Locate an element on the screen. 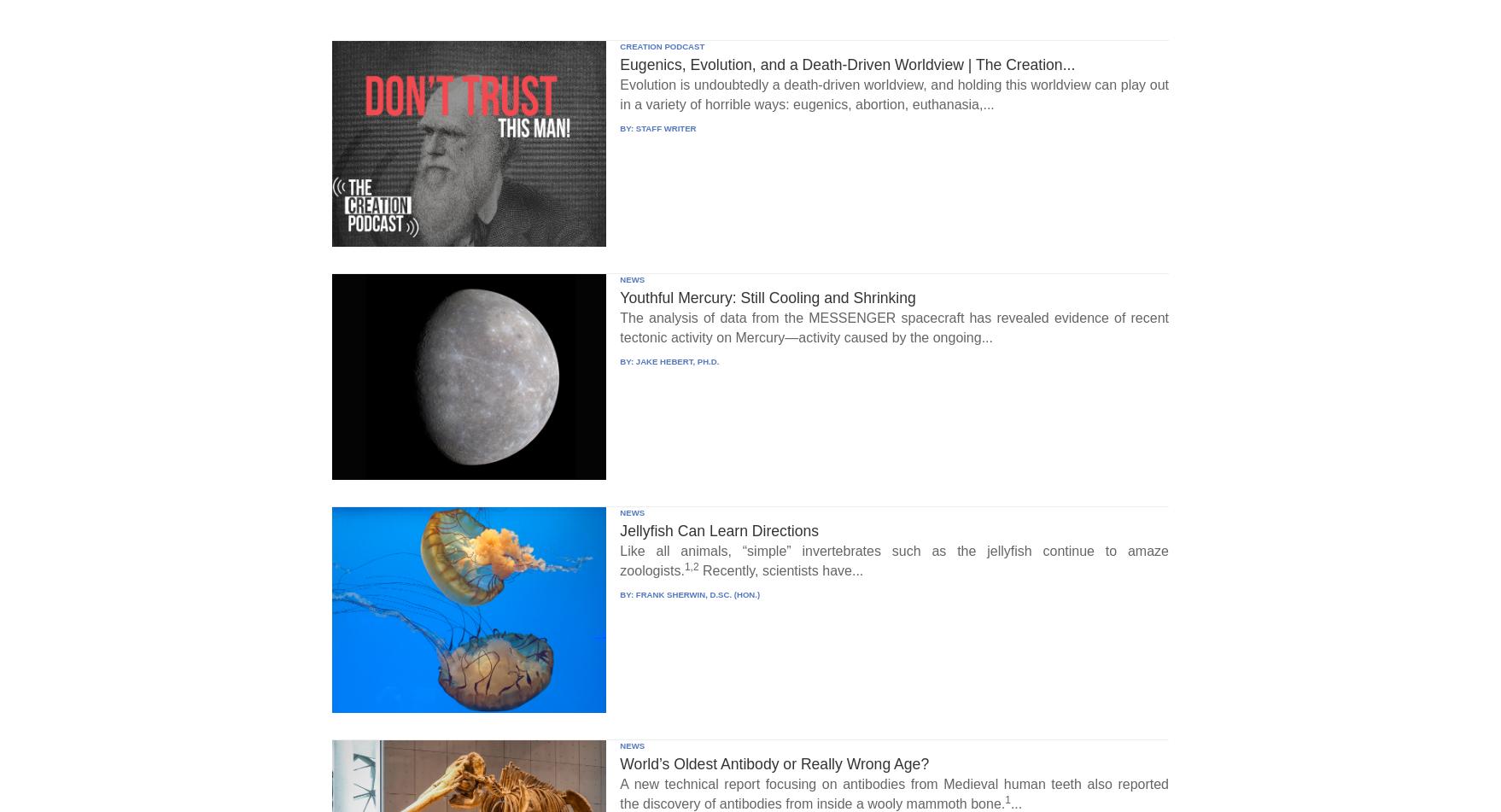  'FRANK SHERWIN, D.SC. (HON.)' is located at coordinates (696, 593).